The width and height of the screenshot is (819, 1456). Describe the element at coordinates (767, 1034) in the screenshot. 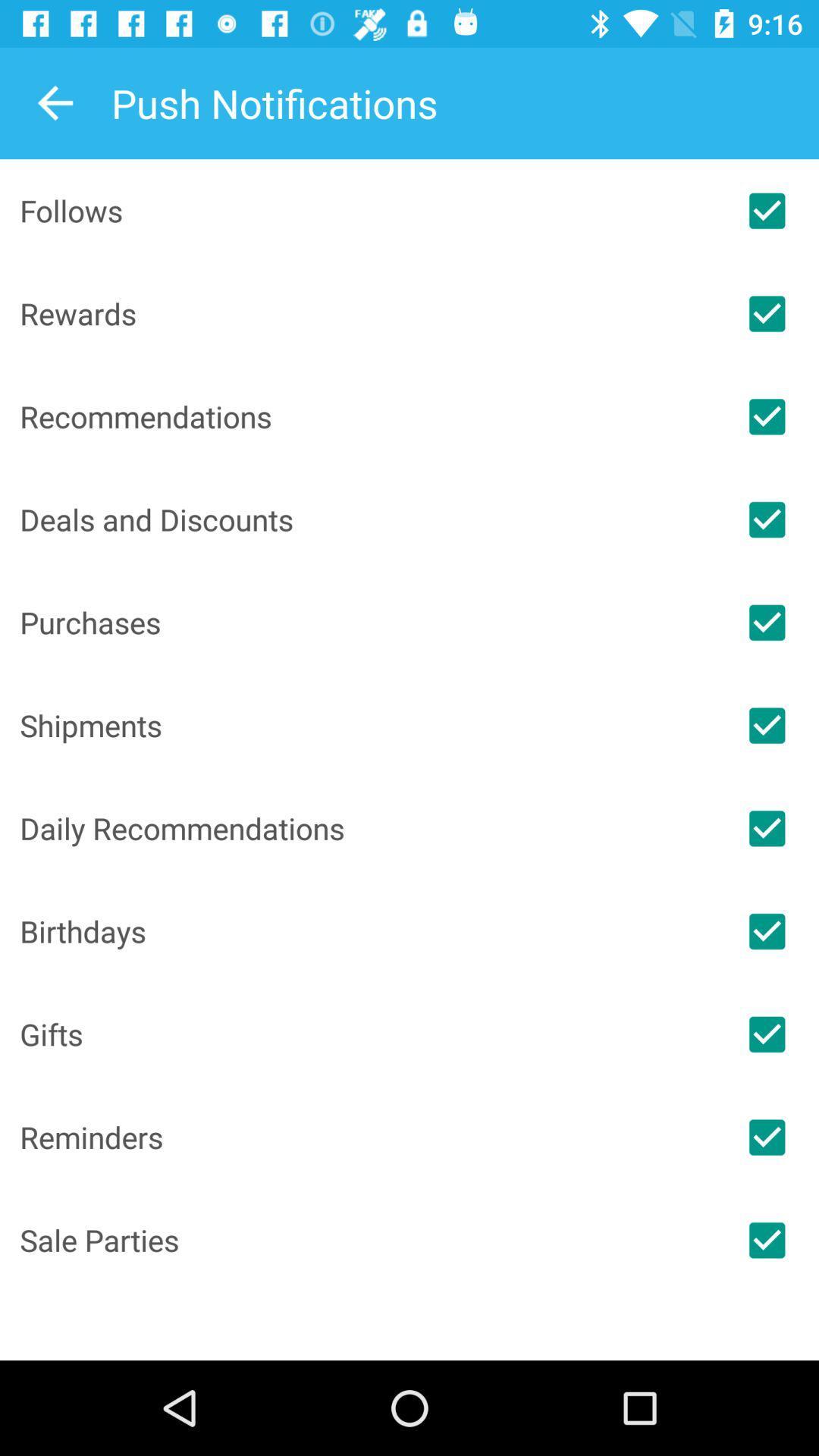

I see `or unselect this item` at that location.